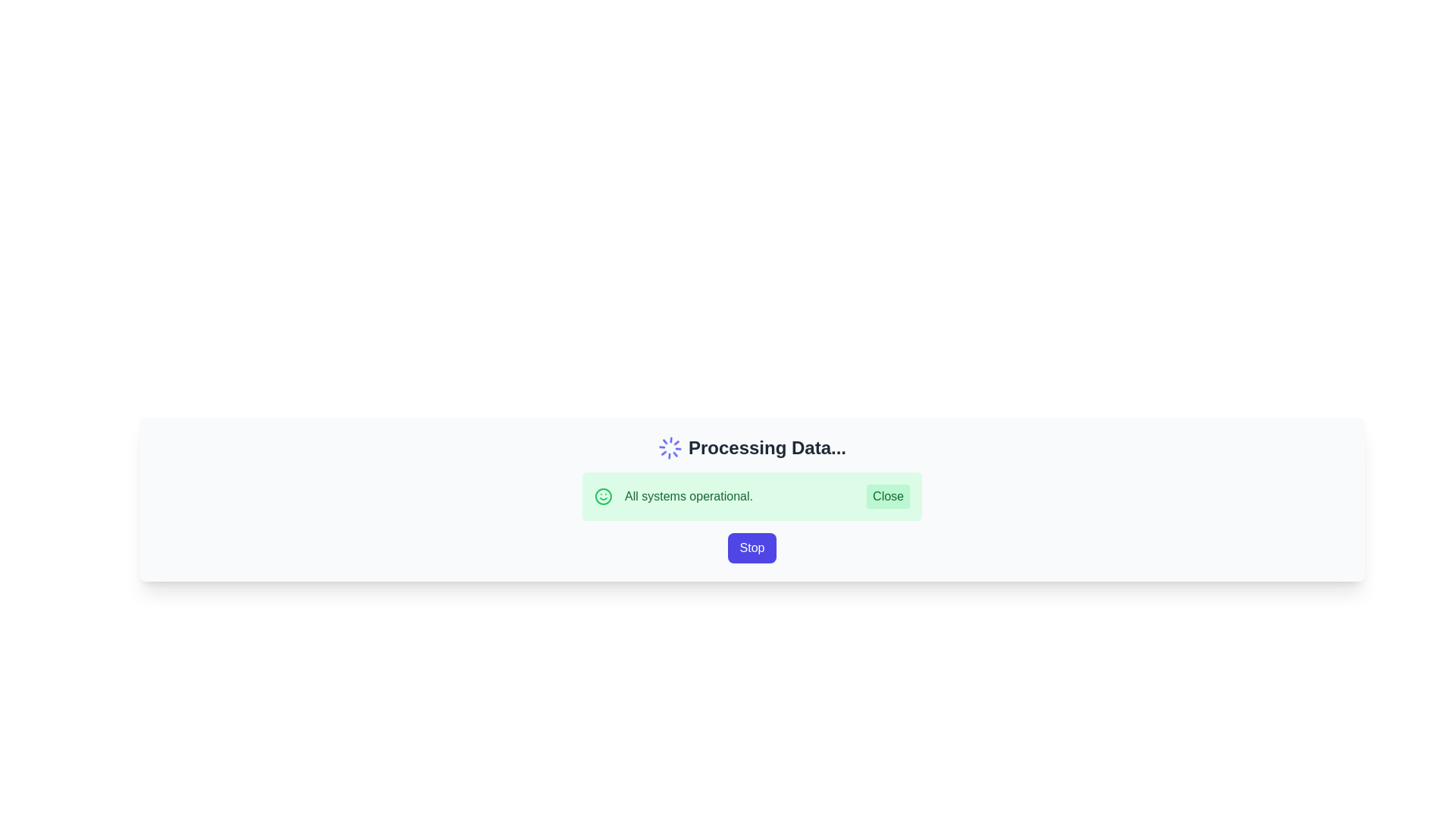 This screenshot has width=1456, height=819. What do you see at coordinates (688, 497) in the screenshot?
I see `the text label displaying 'All systems operational.' in a green font, located in the middle of the notification banner` at bounding box center [688, 497].